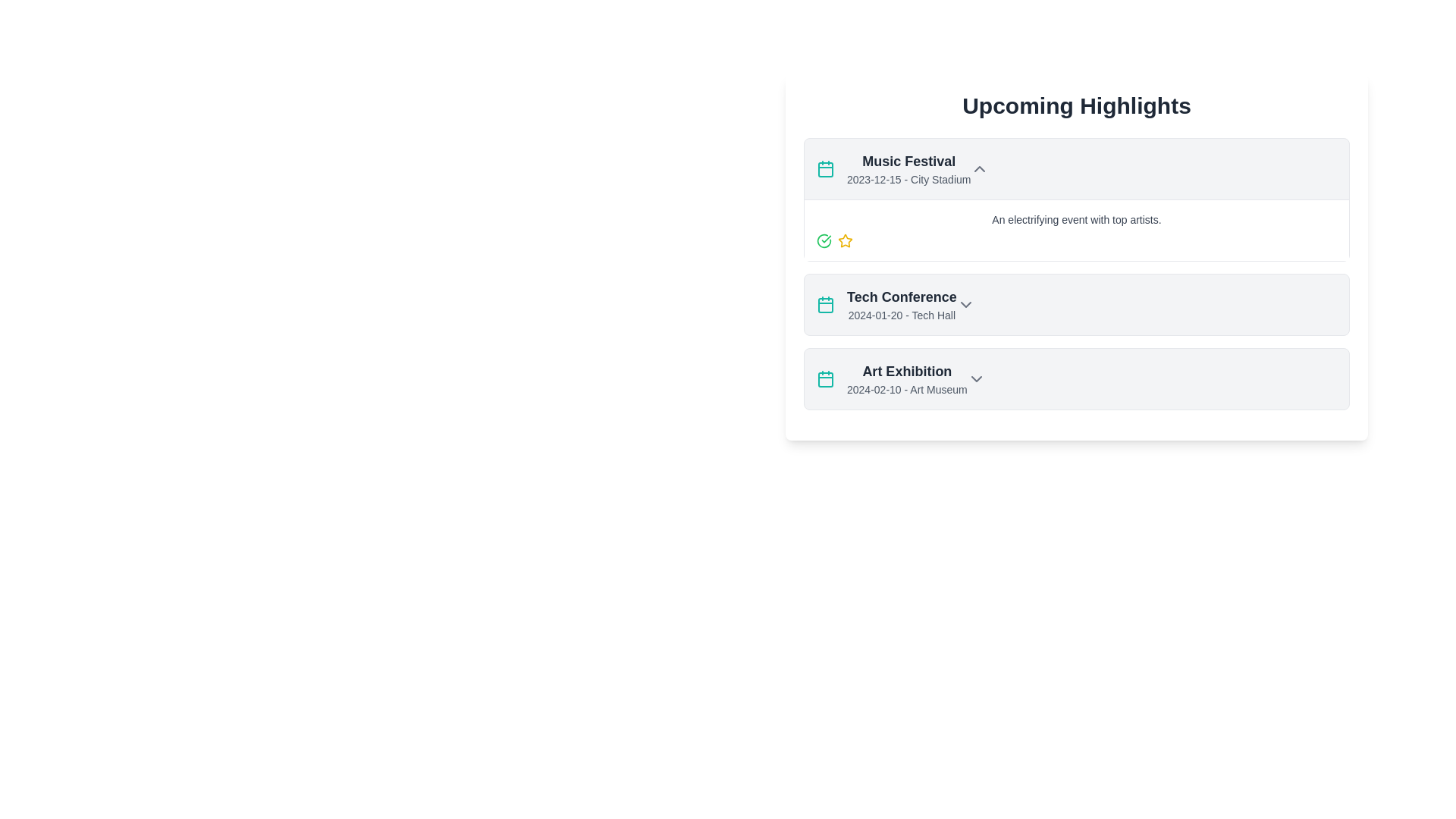 Image resolution: width=1456 pixels, height=819 pixels. Describe the element at coordinates (976, 378) in the screenshot. I see `the chevron icon` at that location.